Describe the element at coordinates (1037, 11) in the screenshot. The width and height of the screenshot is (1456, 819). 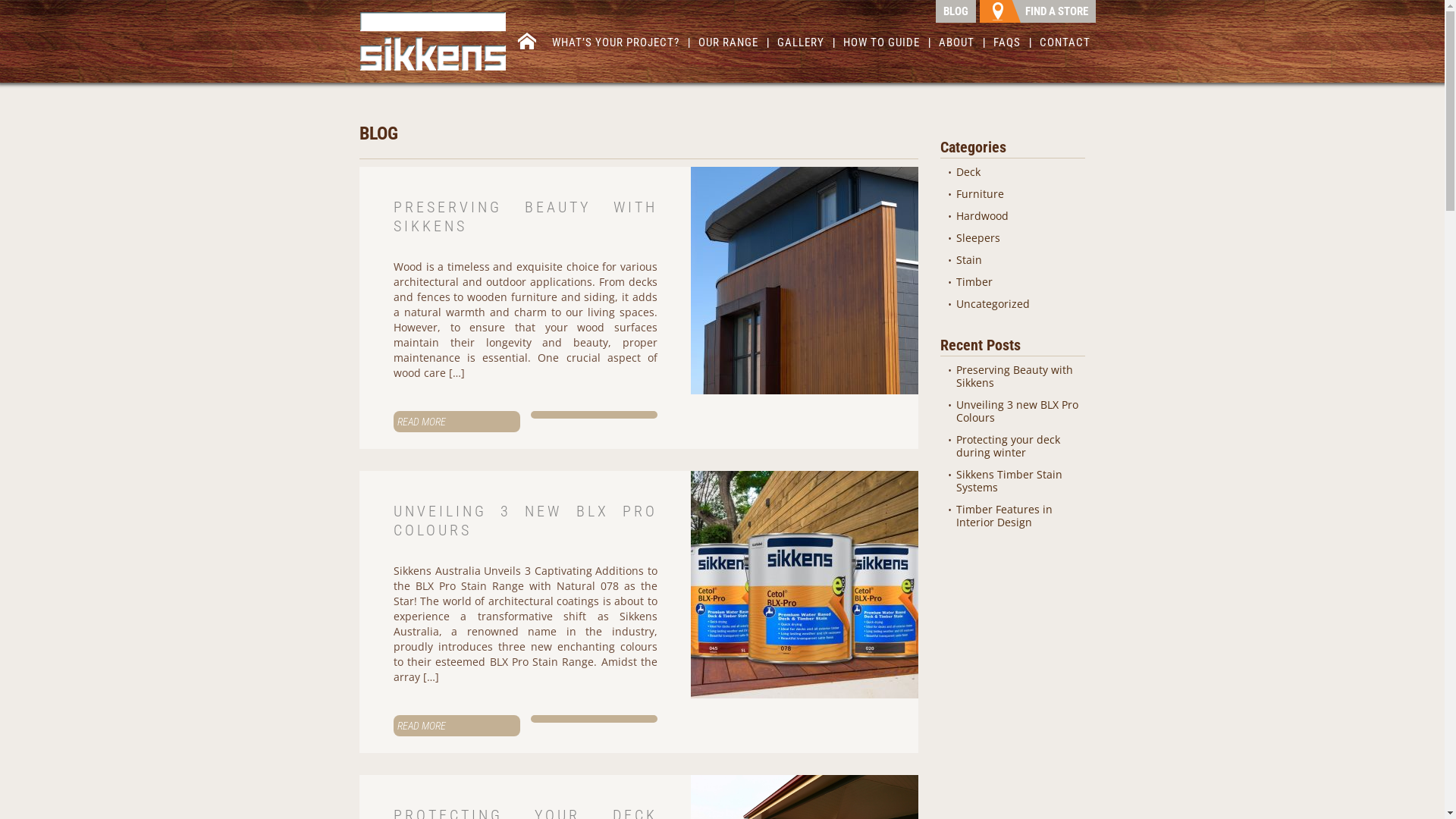
I see `'FIND A STORE'` at that location.